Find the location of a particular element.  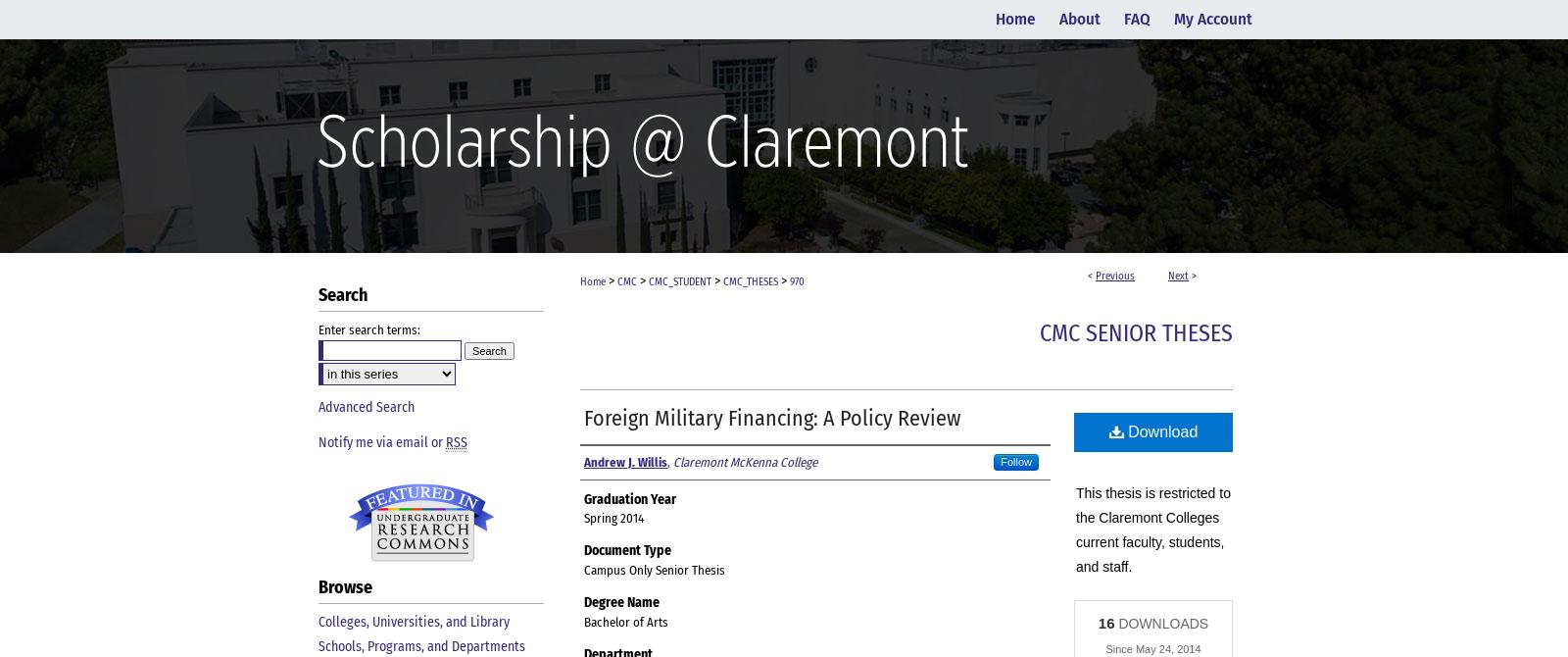

'This thesis is restricted to the Claremont Colleges current faculty, students, and staff.' is located at coordinates (1152, 529).